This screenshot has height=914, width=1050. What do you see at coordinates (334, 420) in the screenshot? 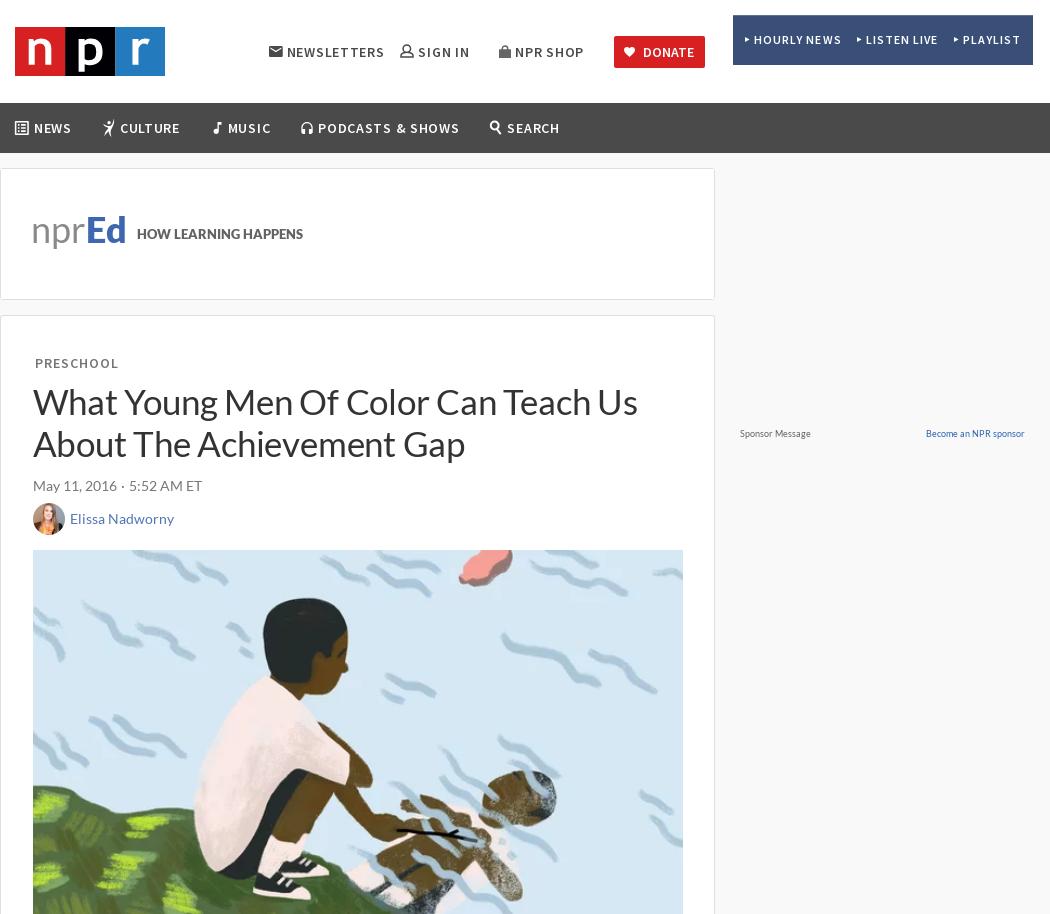
I see `'What Young Men Of Color Can Teach Us About The Achievement Gap'` at bounding box center [334, 420].